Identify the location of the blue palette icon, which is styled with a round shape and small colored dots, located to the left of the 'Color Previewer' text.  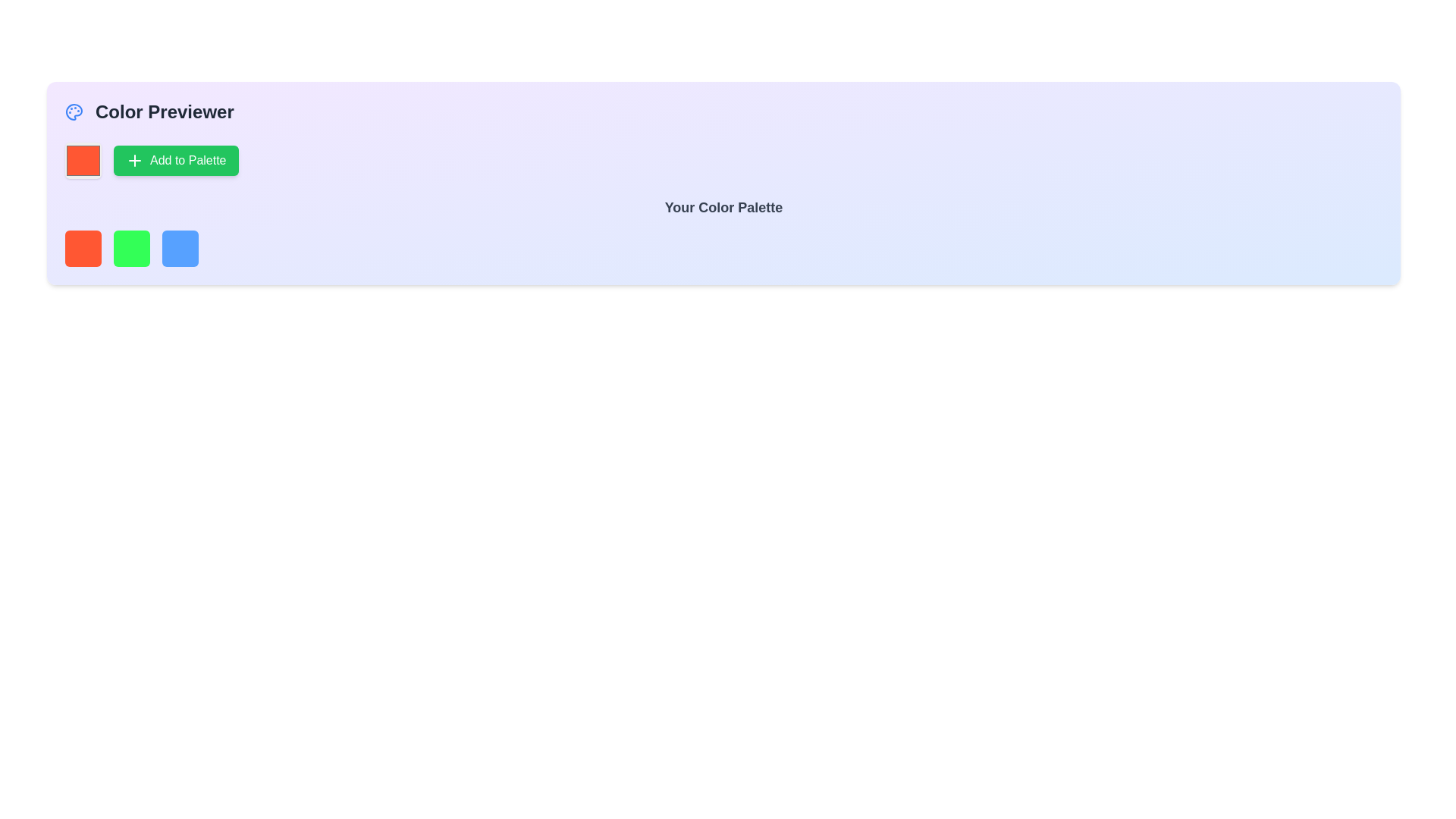
(73, 111).